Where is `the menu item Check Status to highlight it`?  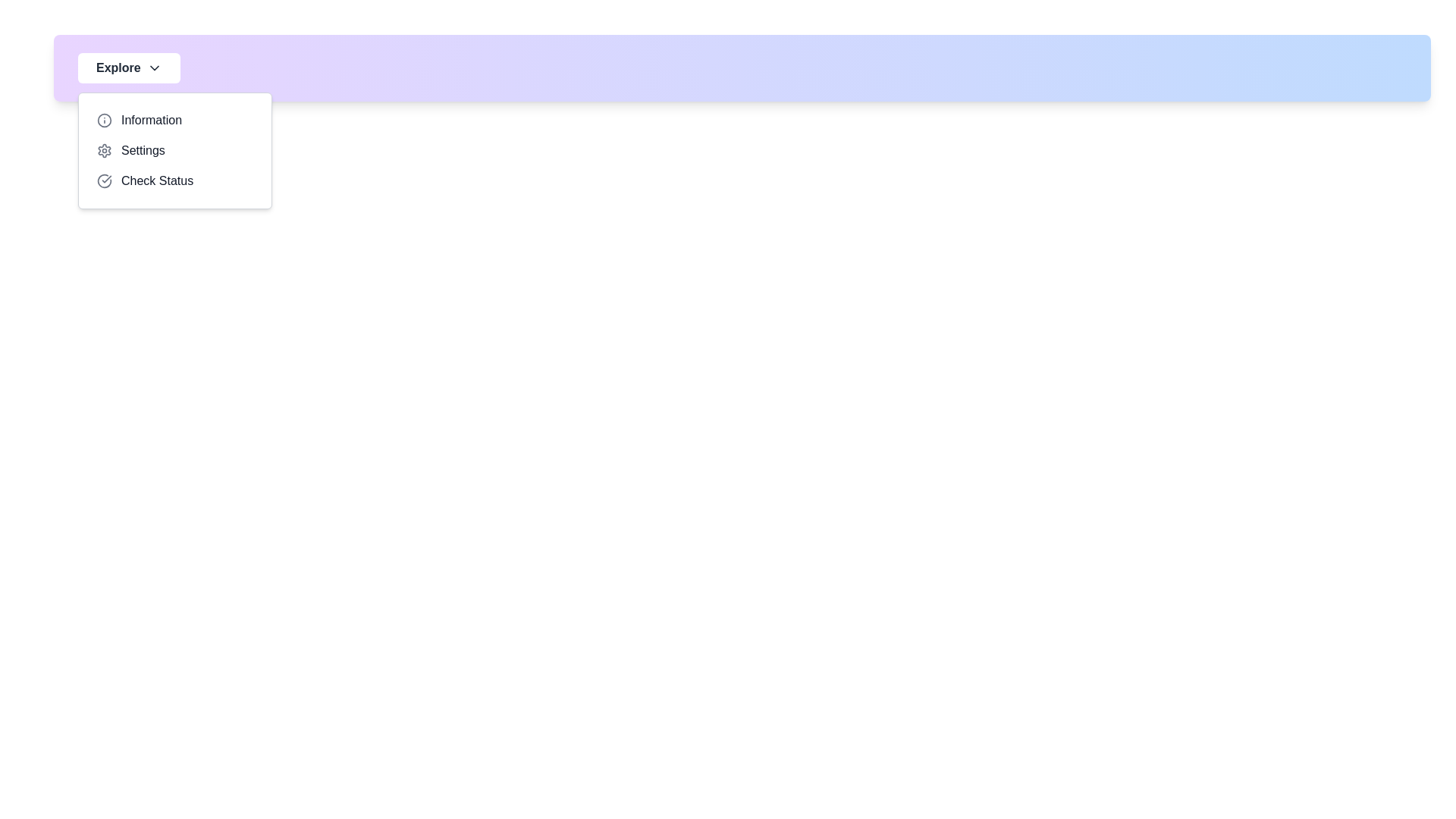 the menu item Check Status to highlight it is located at coordinates (174, 180).